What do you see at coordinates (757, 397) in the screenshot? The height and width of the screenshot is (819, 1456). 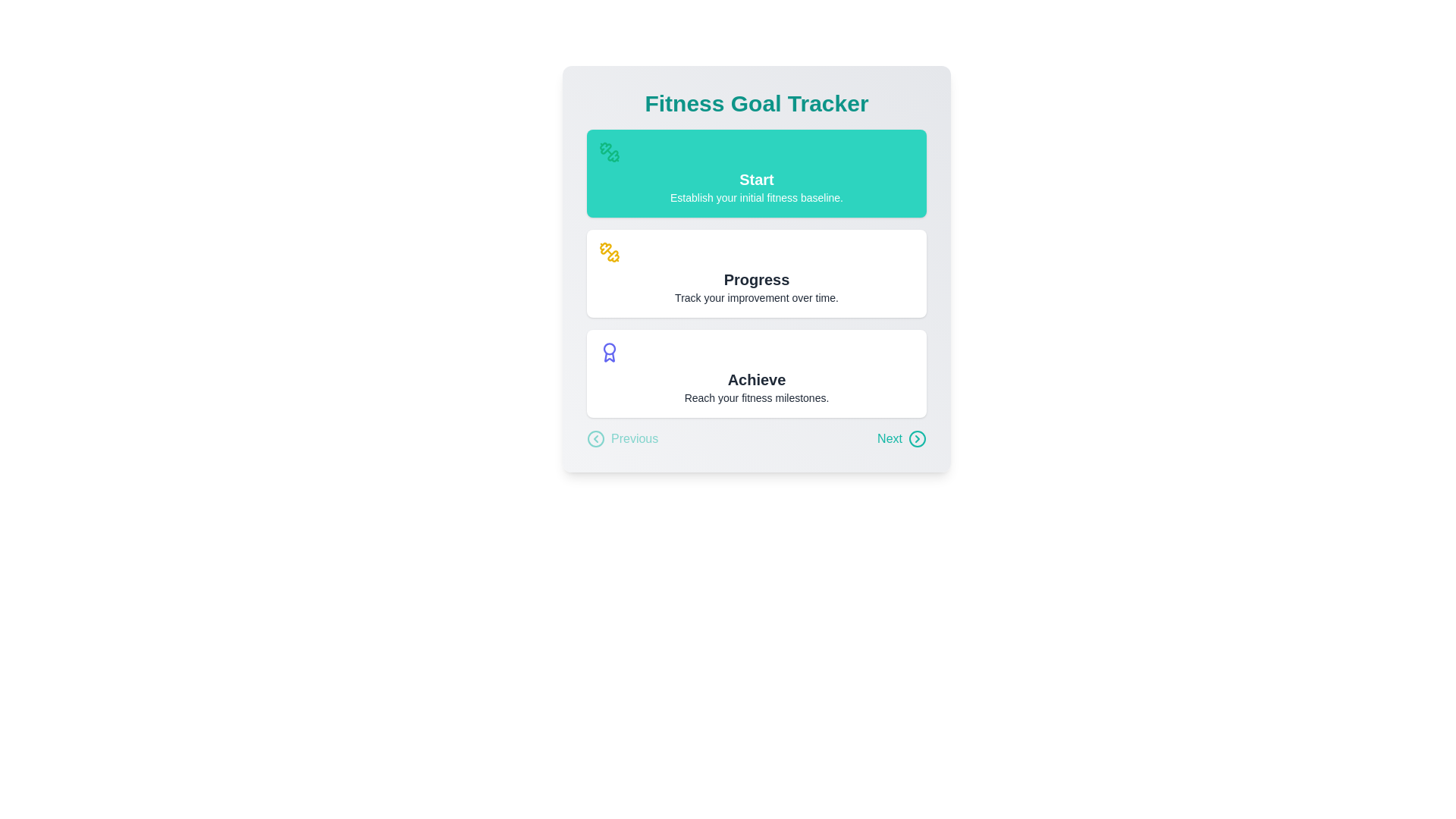 I see `the supplementary information text located at the bottom of the card panel beneath the 'Achieve' header` at bounding box center [757, 397].